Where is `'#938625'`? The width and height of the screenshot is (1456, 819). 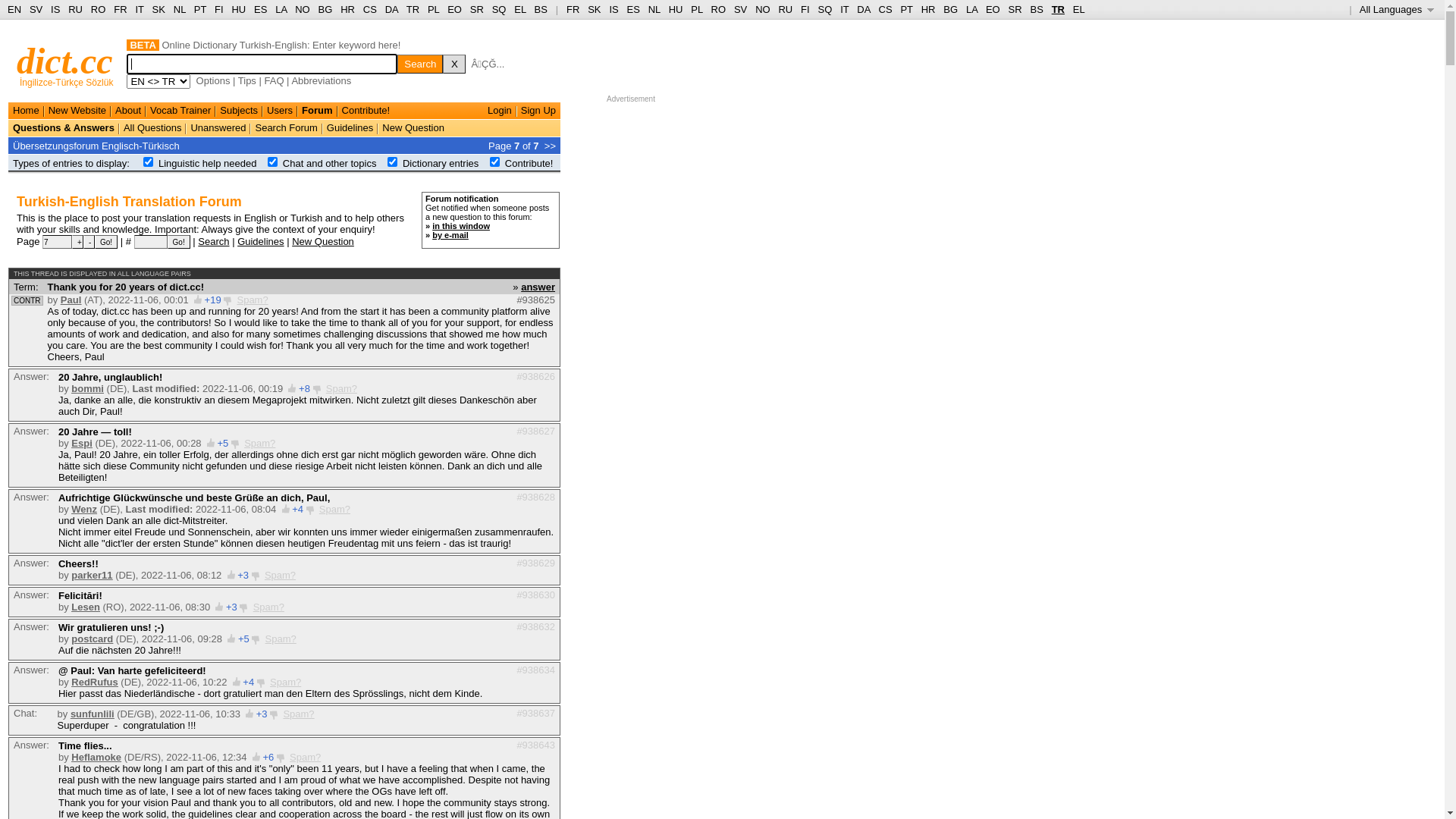
'#938625' is located at coordinates (535, 300).